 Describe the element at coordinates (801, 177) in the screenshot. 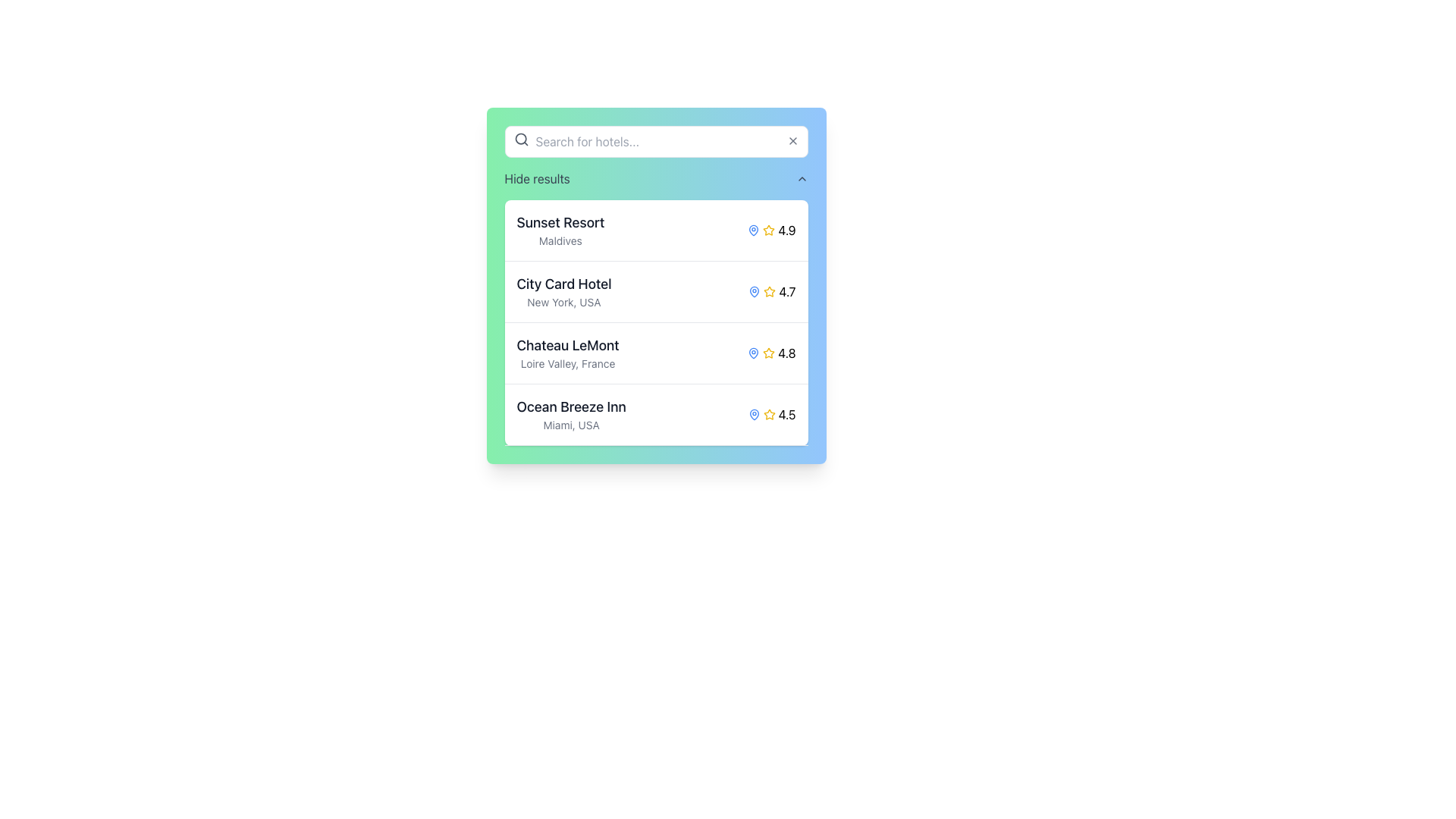

I see `the upward-pointing chevron icon in the header section of the card` at that location.